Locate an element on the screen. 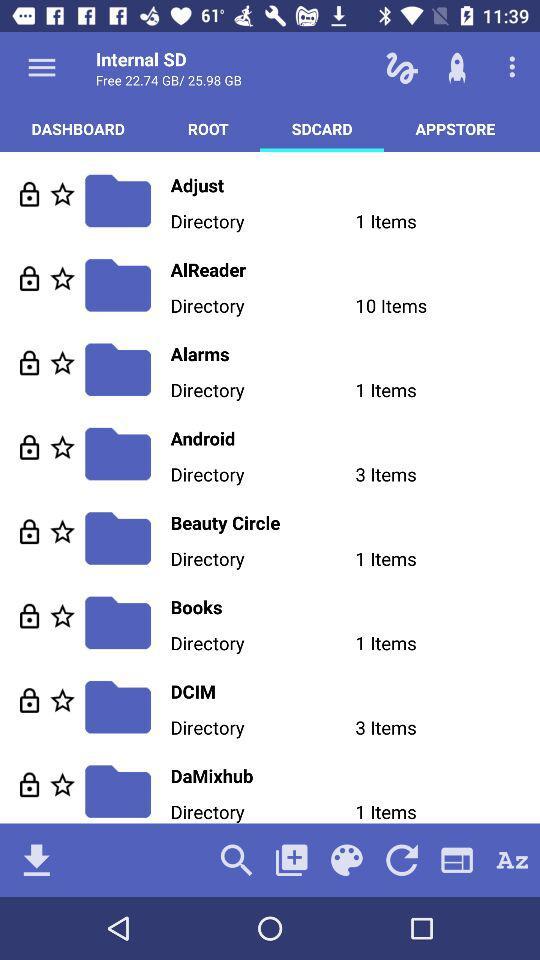  folder lock button is located at coordinates (28, 361).